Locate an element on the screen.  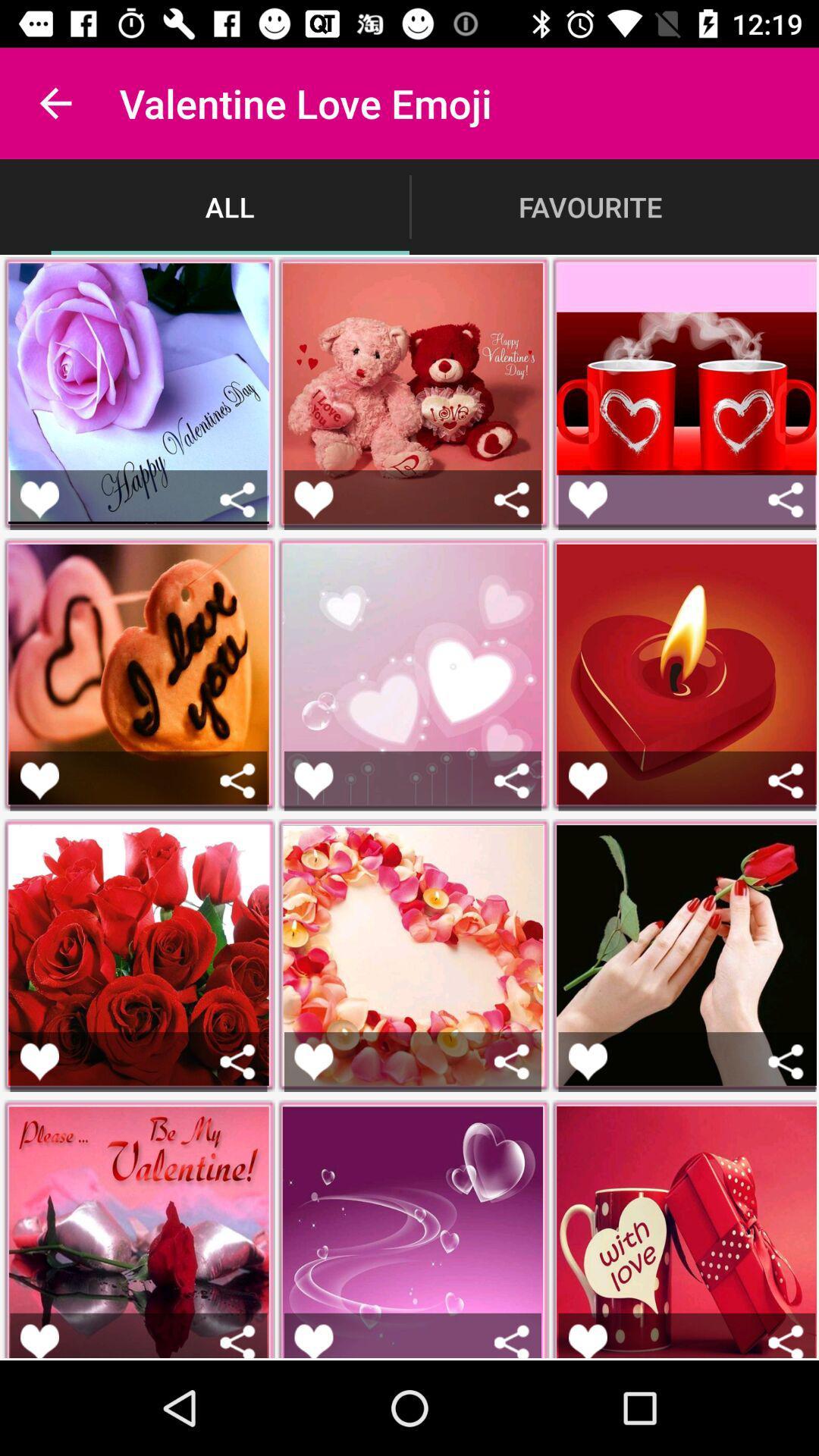
icon next to the valentine love emoji app is located at coordinates (55, 102).